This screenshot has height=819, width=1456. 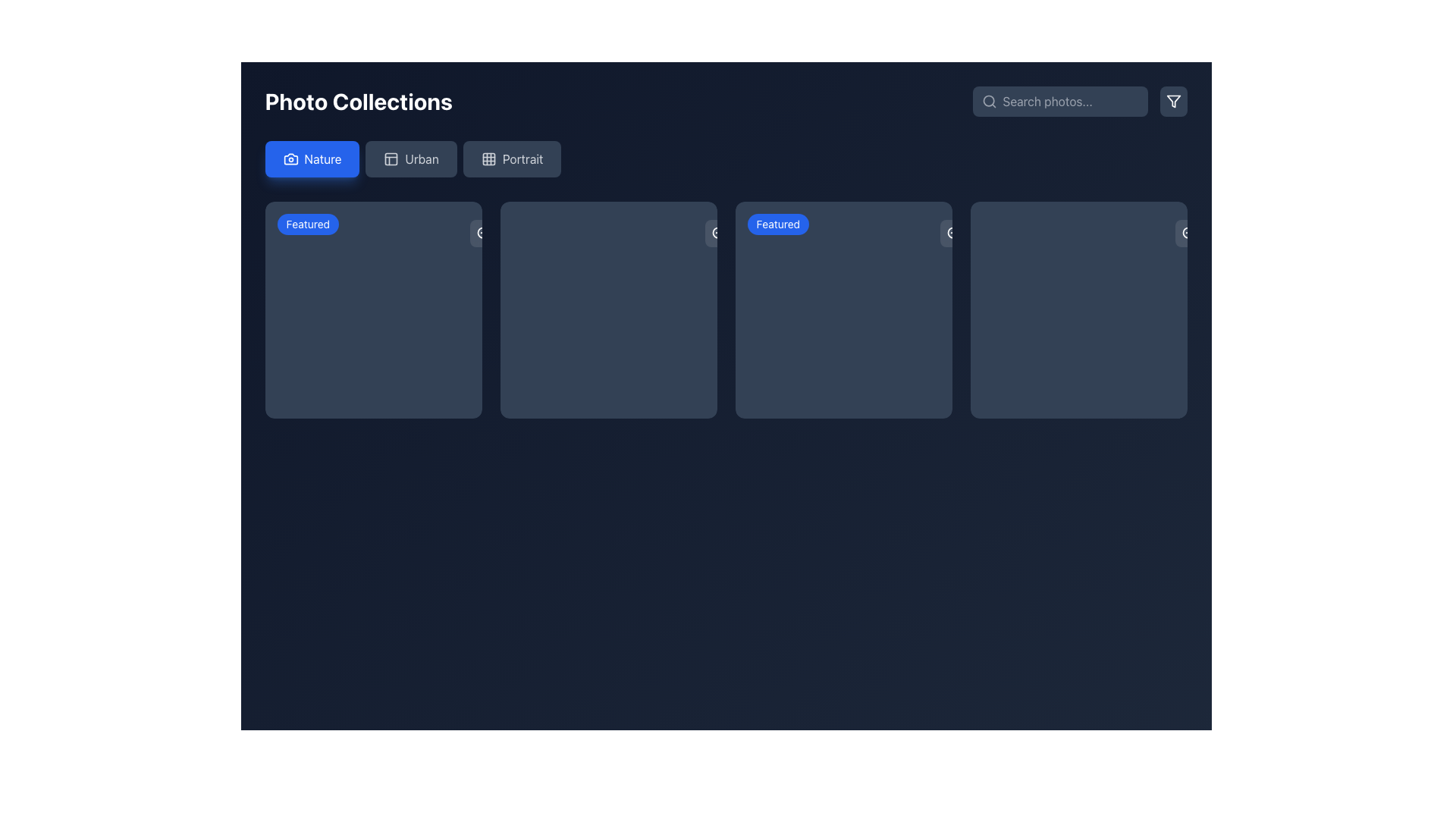 What do you see at coordinates (411, 158) in the screenshot?
I see `the 'Urban' category filter button, which is the second button in a horizontal row between 'Nature' and 'Portrait', to trigger potential visual feedback` at bounding box center [411, 158].